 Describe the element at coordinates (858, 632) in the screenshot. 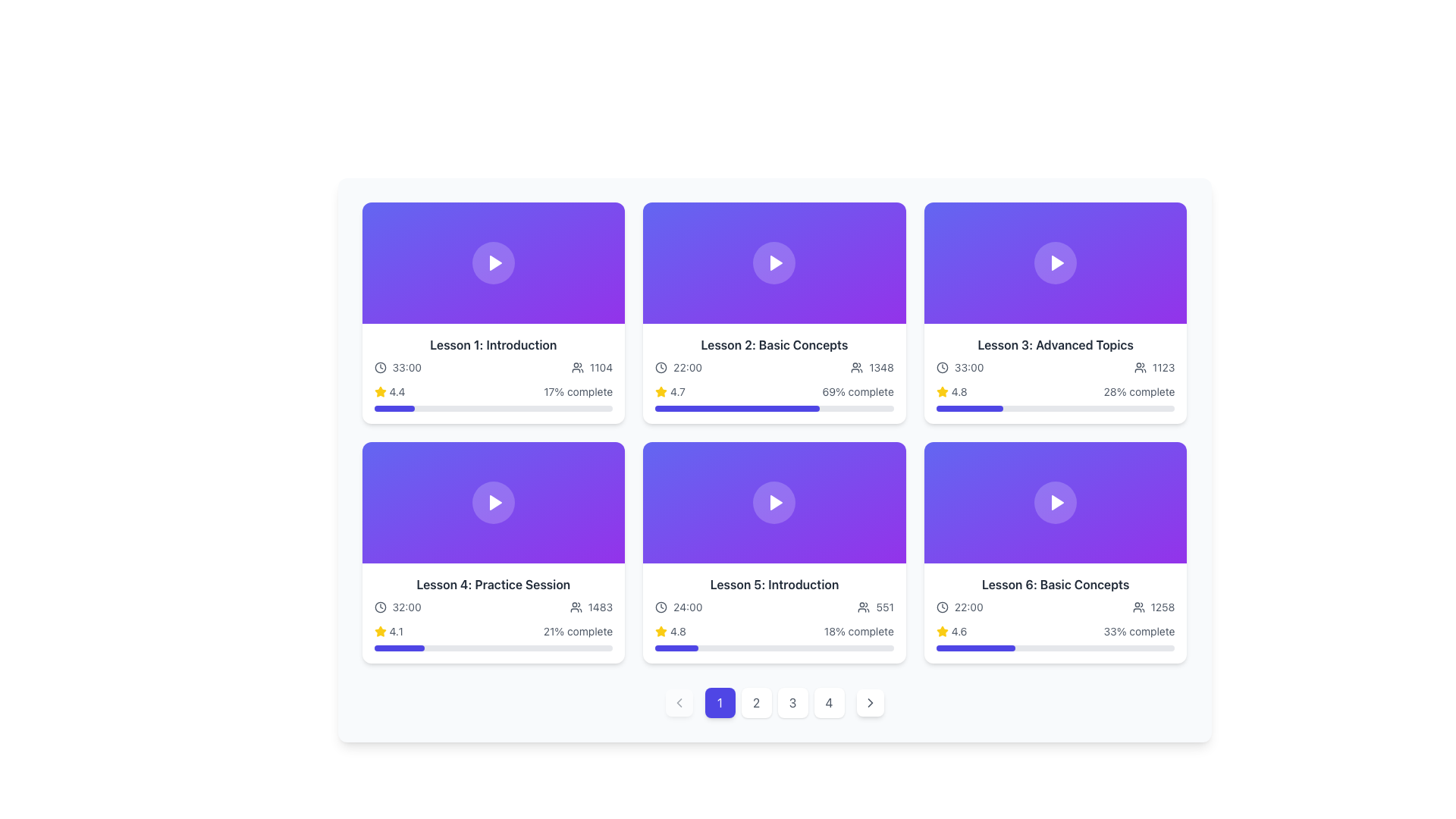

I see `text content of the Text Label displaying '18% complete' located in the bottom-right corner of the card for 'Lesson 5: Introduction'` at that location.